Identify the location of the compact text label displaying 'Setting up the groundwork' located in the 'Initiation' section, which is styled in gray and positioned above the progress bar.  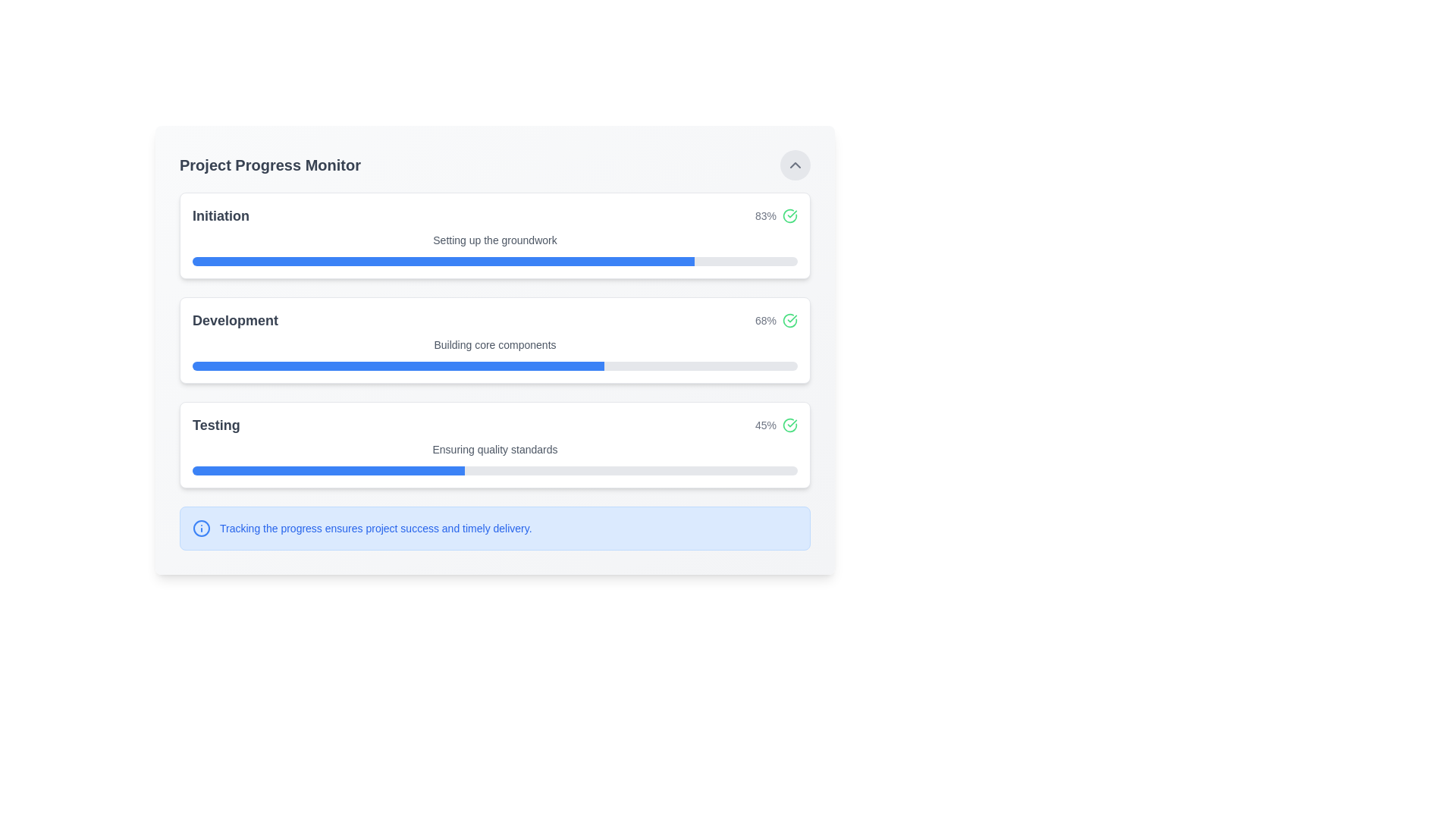
(494, 239).